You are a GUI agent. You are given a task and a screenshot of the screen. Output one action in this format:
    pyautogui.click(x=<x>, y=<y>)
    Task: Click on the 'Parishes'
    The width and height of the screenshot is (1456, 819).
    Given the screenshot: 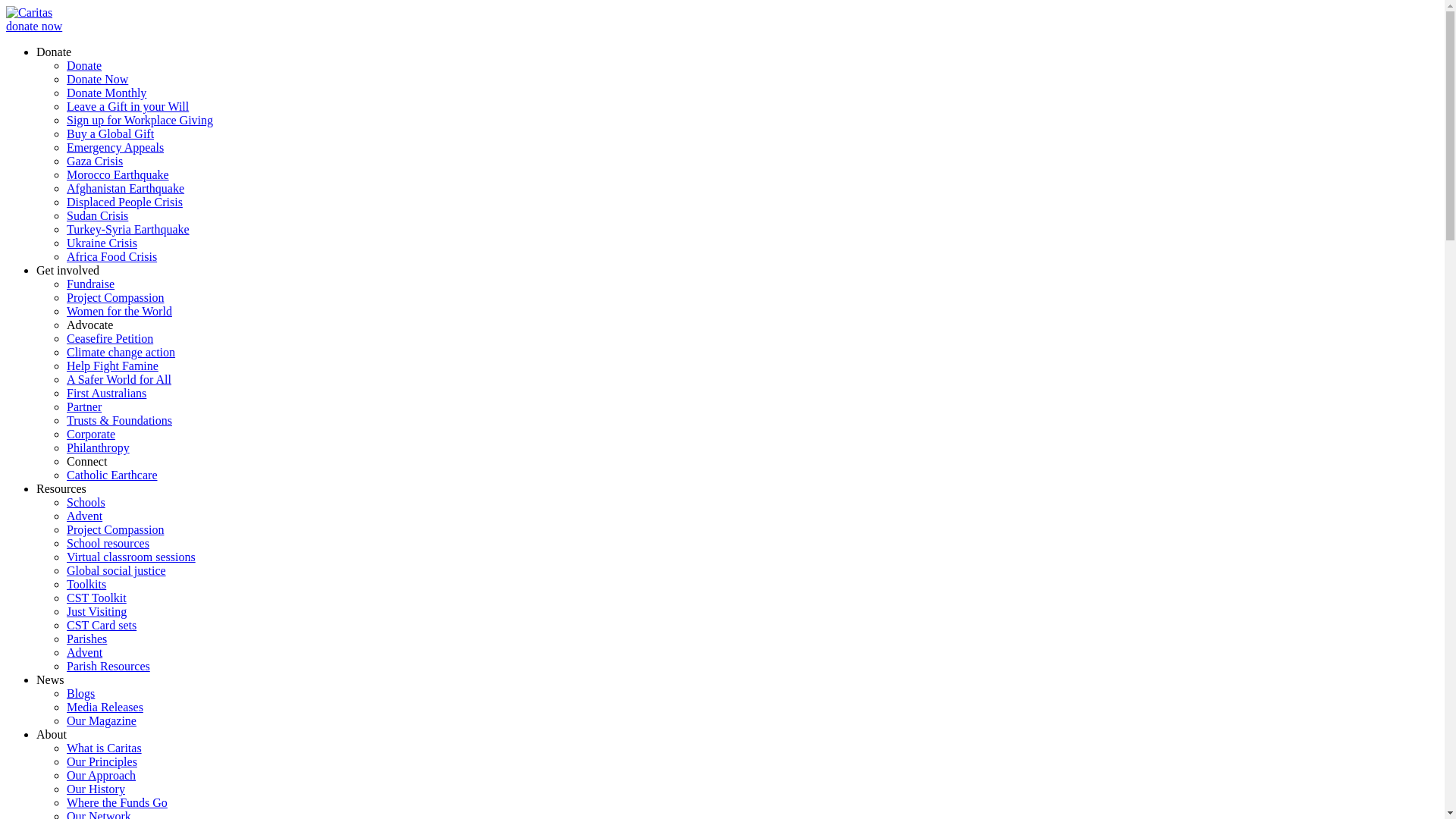 What is the action you would take?
    pyautogui.click(x=86, y=639)
    